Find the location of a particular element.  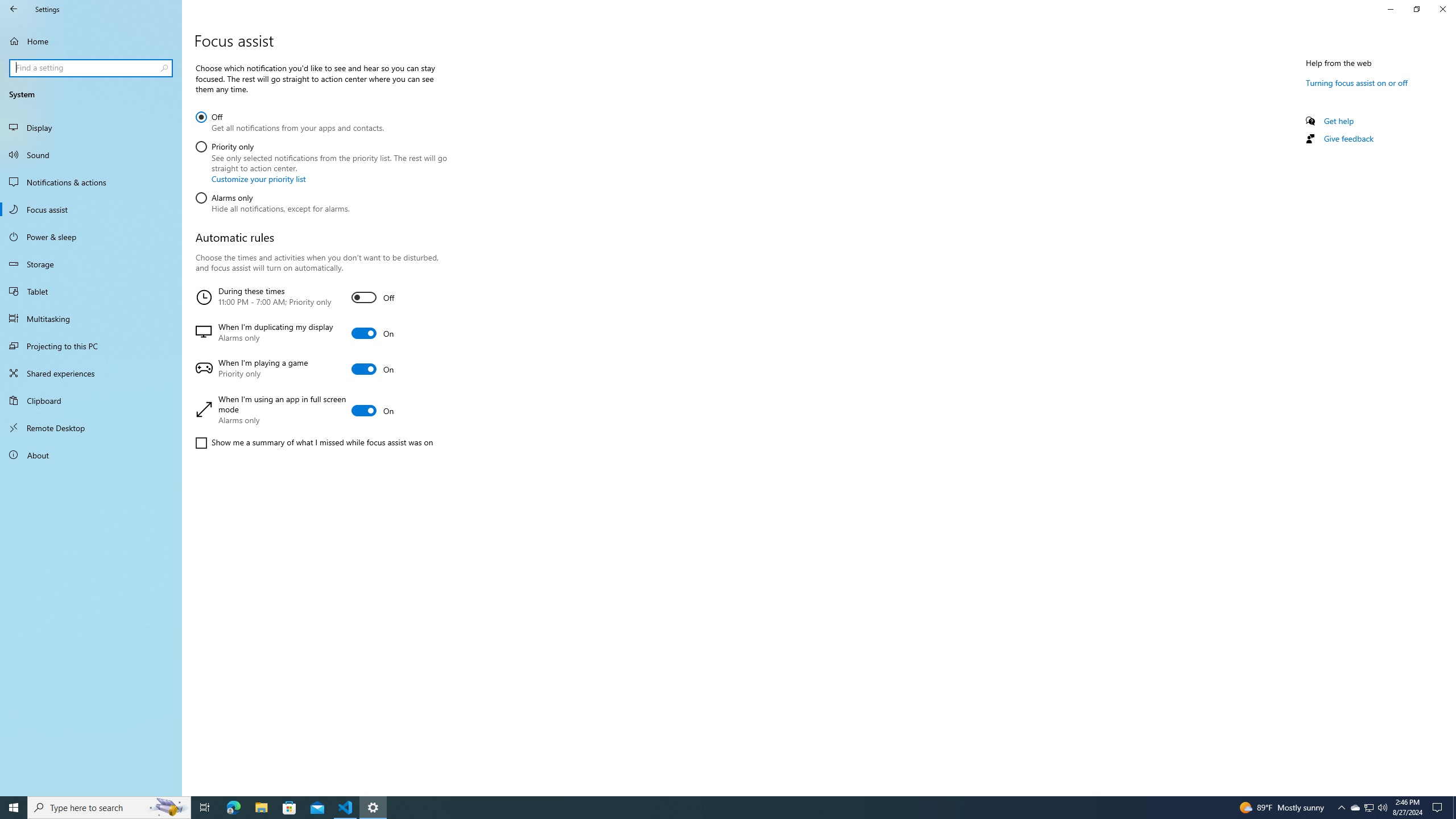

'Back' is located at coordinates (14, 9).